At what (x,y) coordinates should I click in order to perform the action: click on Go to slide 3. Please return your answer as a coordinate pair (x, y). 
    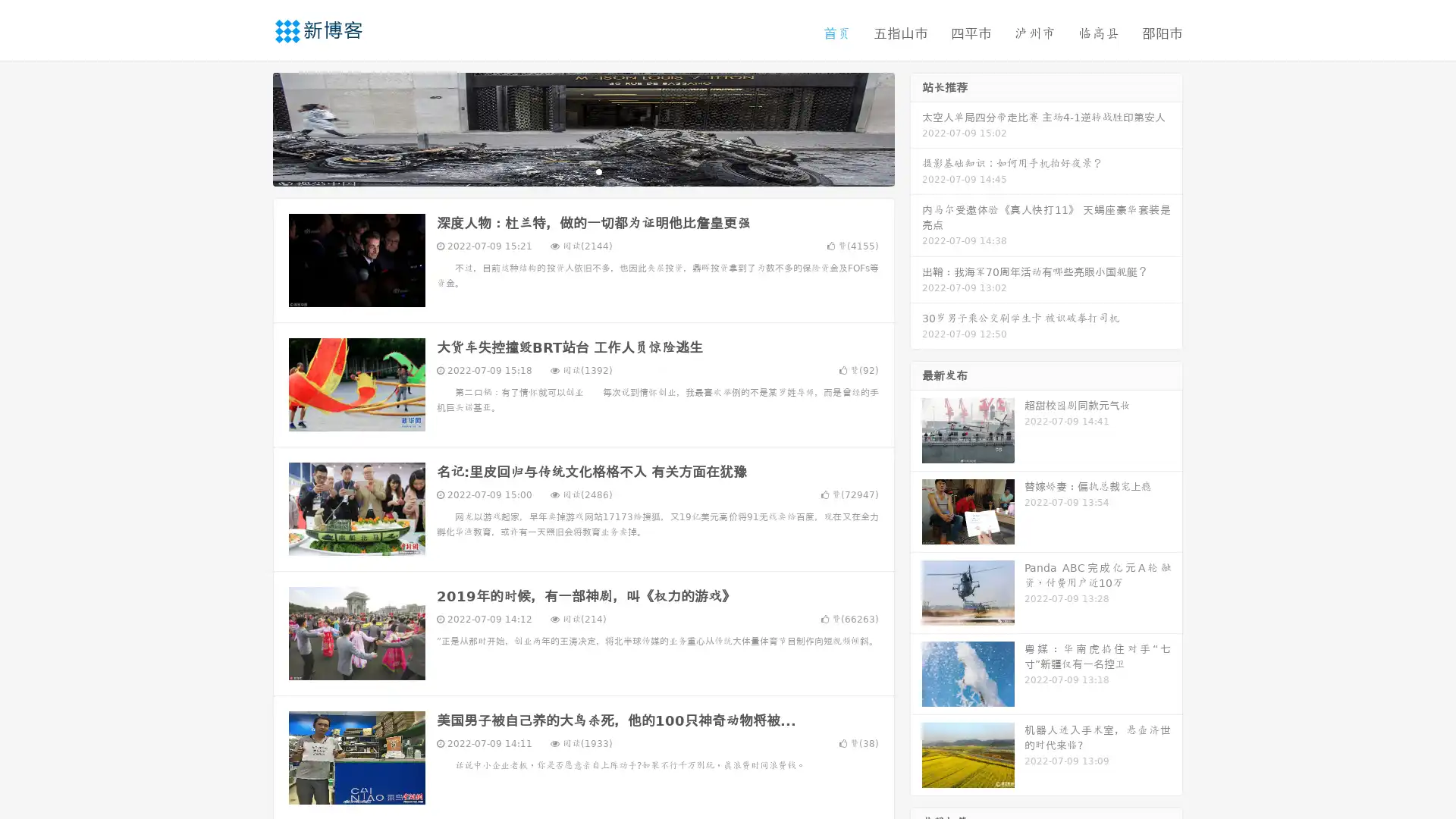
    Looking at the image, I should click on (598, 171).